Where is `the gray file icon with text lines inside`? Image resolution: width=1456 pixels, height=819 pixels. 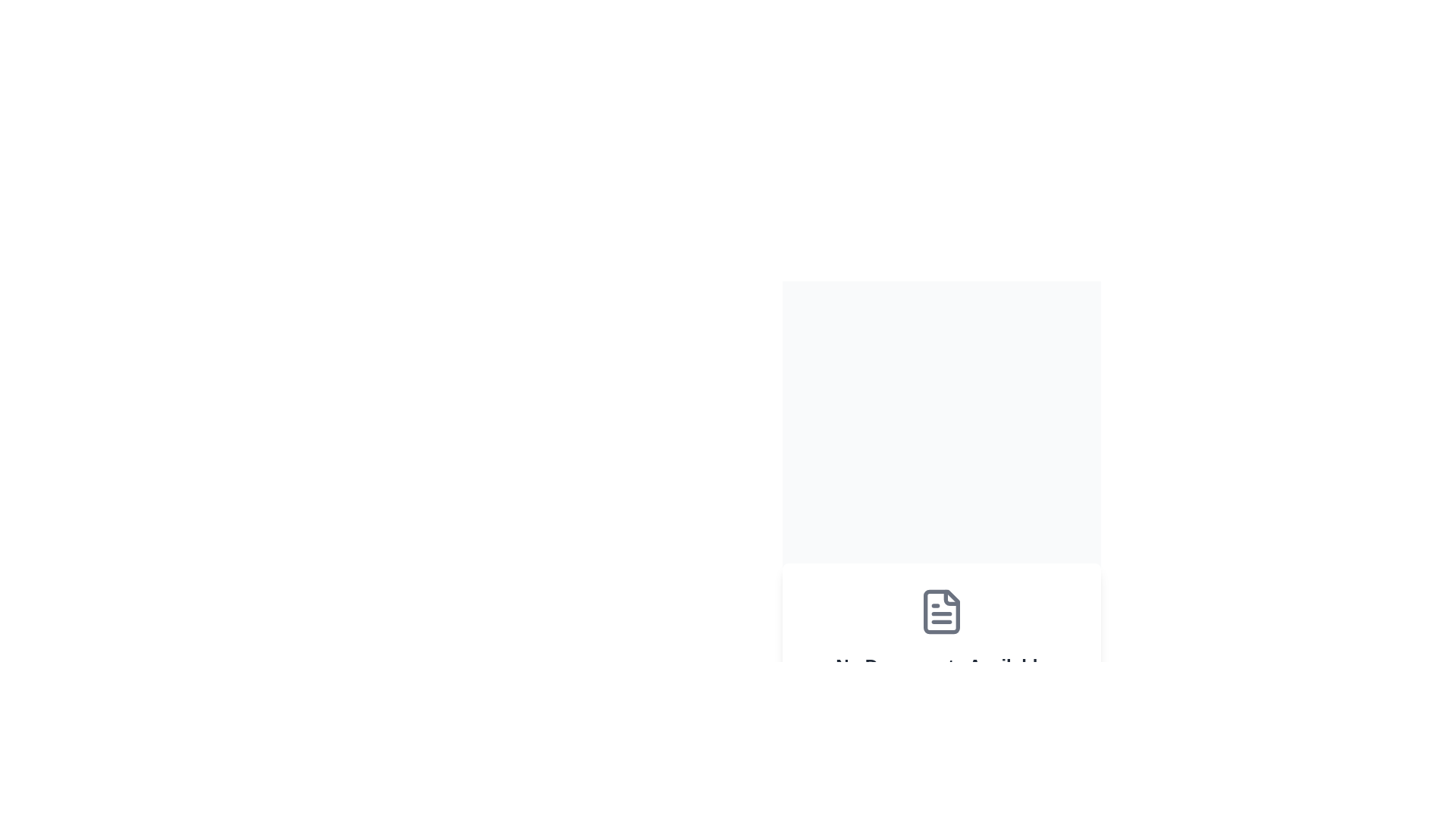 the gray file icon with text lines inside is located at coordinates (941, 610).